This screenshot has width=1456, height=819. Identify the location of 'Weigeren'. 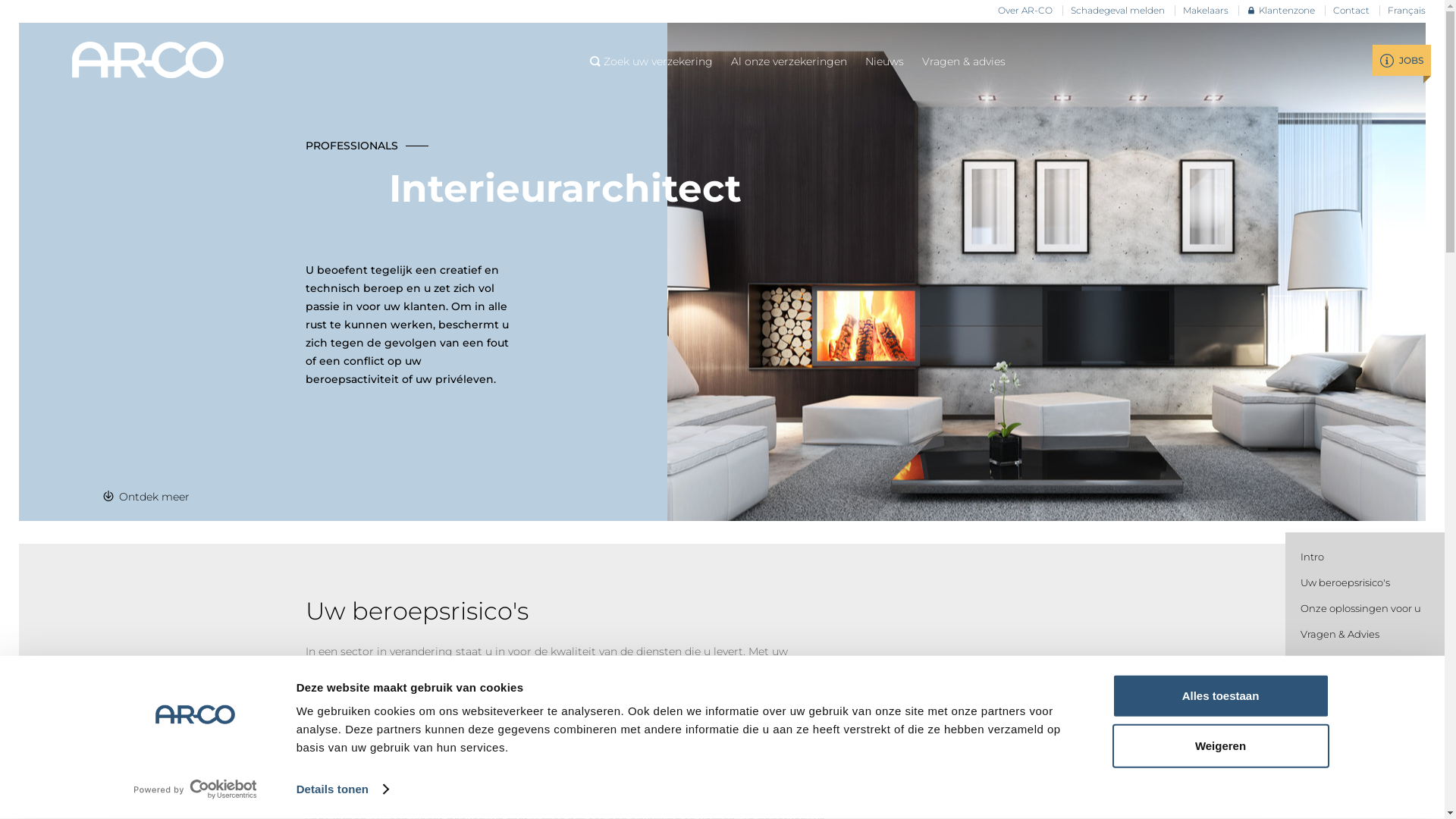
(1219, 745).